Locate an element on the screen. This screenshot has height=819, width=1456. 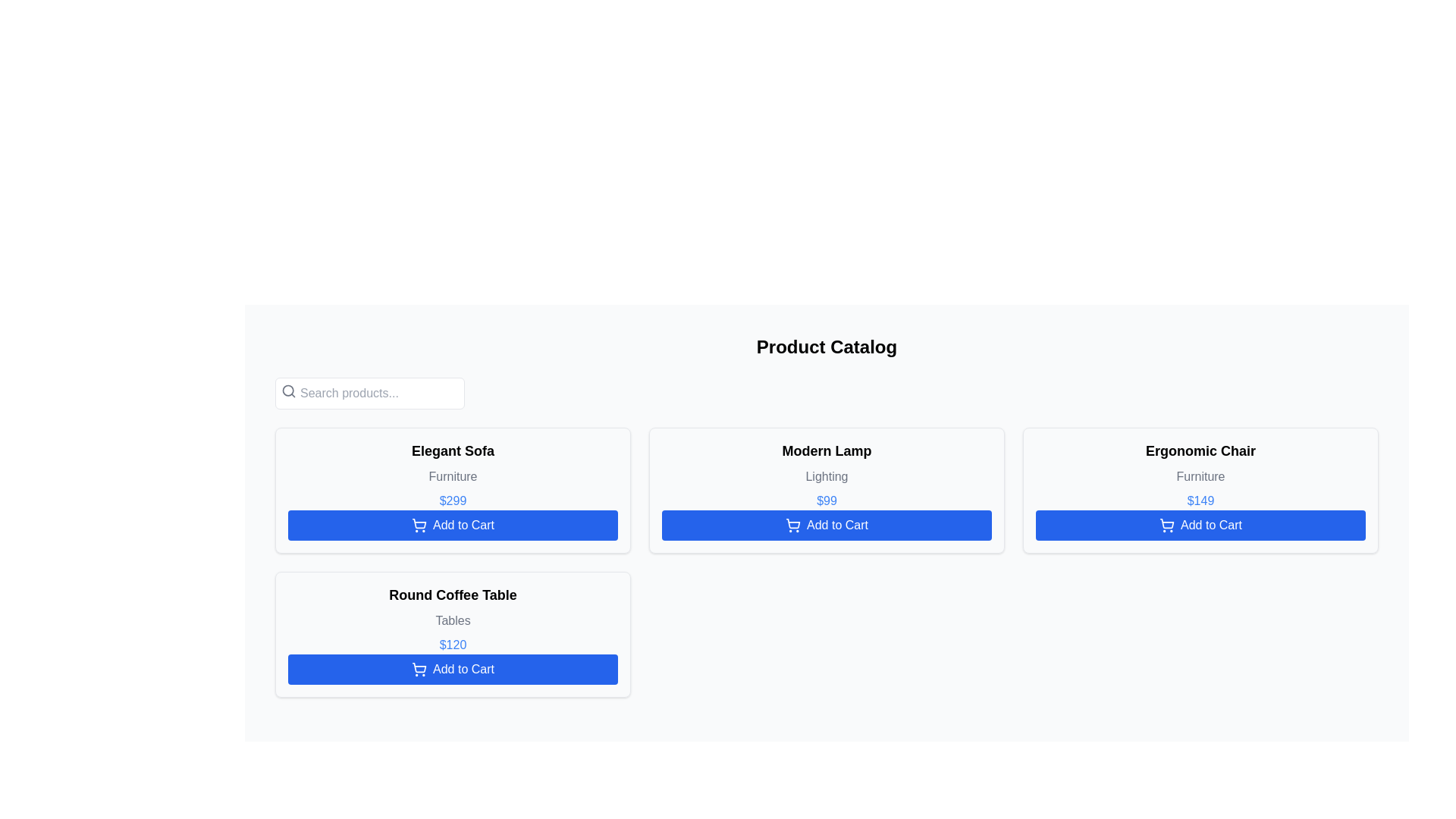
product description and price details of the 'Round Coffee Table' which is located in the second row of the product grid layout is located at coordinates (452, 635).